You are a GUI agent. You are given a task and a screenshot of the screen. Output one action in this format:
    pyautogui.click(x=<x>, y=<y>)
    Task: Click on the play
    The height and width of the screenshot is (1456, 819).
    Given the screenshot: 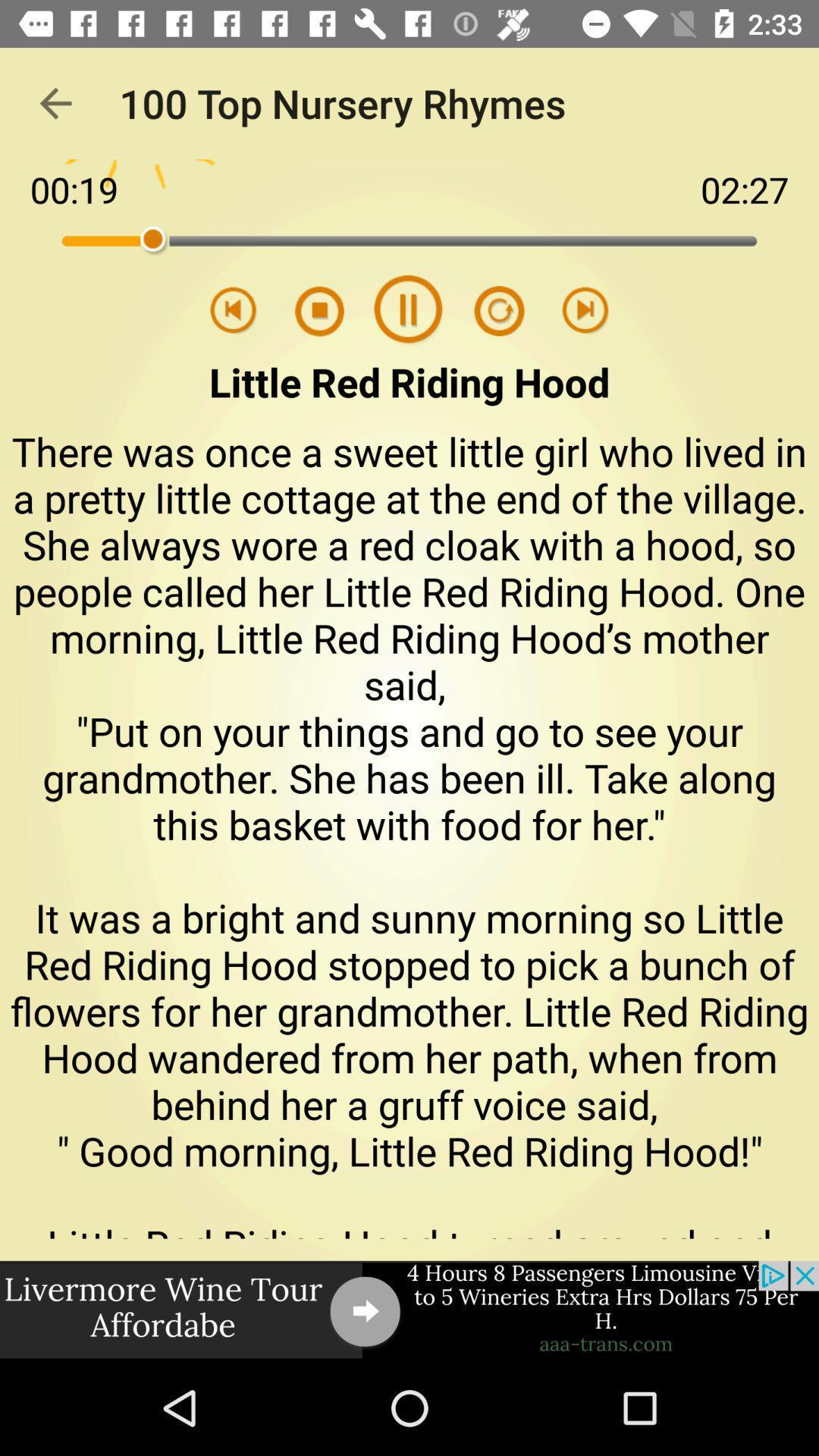 What is the action you would take?
    pyautogui.click(x=585, y=310)
    